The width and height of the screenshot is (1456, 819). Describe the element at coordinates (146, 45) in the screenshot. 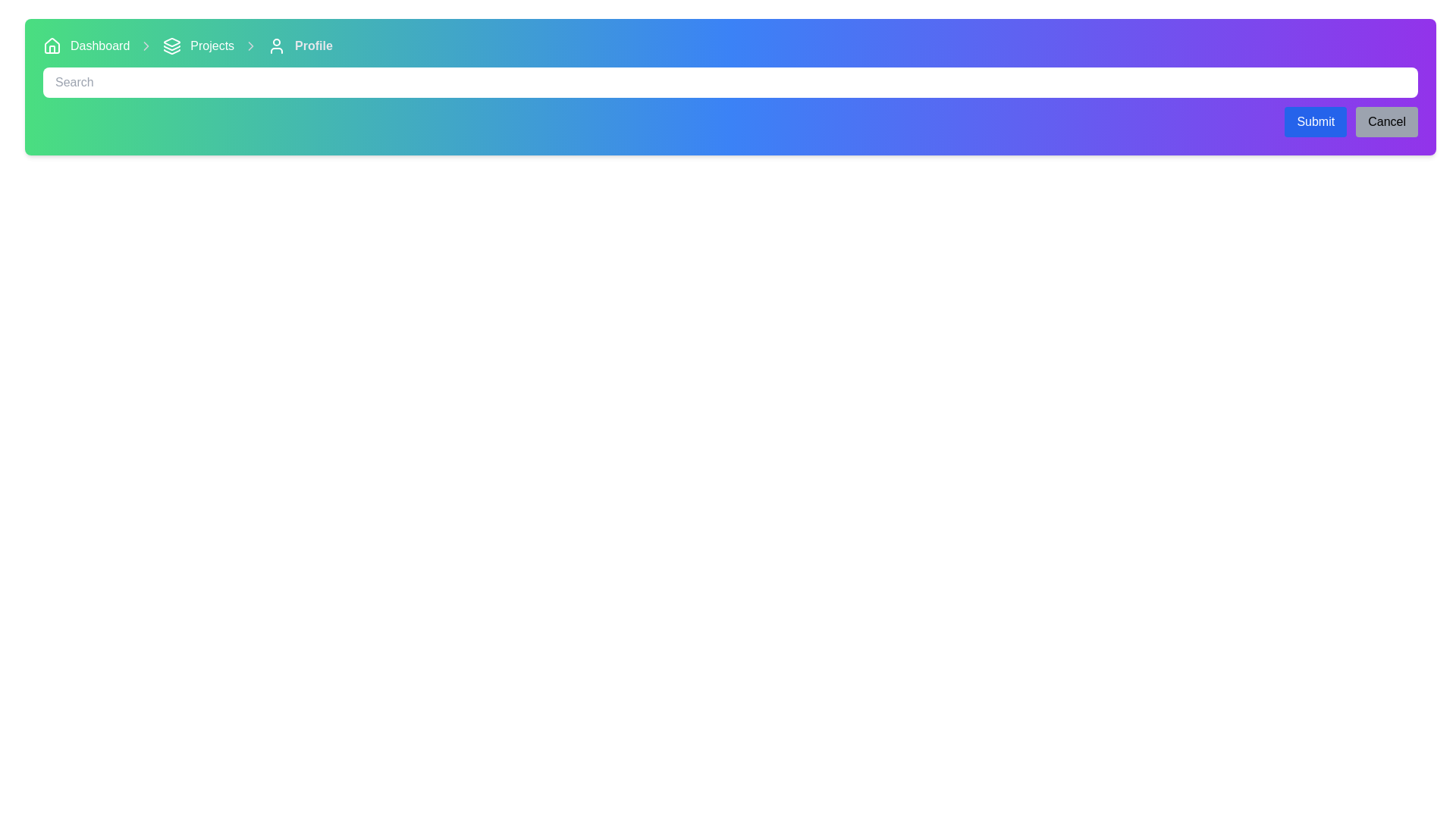

I see `the Chevron Right icon in the breadcrumb navigation bar that visually indicates the relationship between 'Projects' and 'Profile'` at that location.